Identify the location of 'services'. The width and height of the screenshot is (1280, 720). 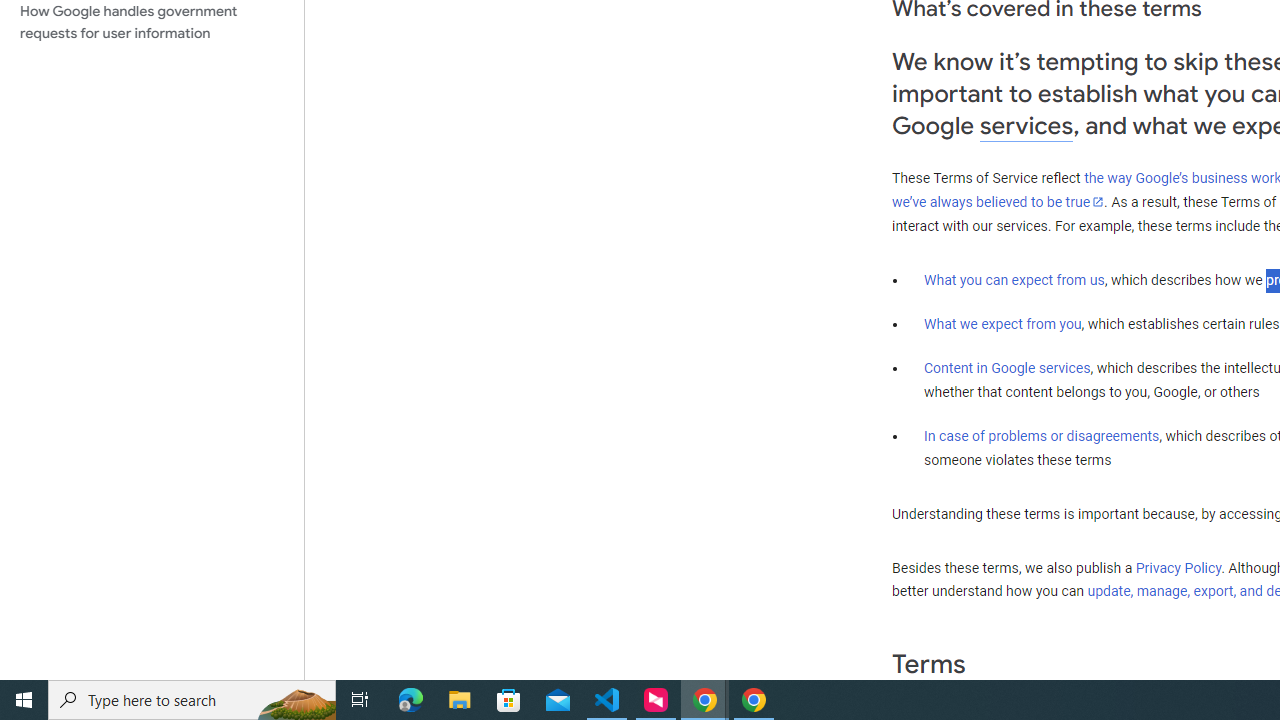
(1026, 125).